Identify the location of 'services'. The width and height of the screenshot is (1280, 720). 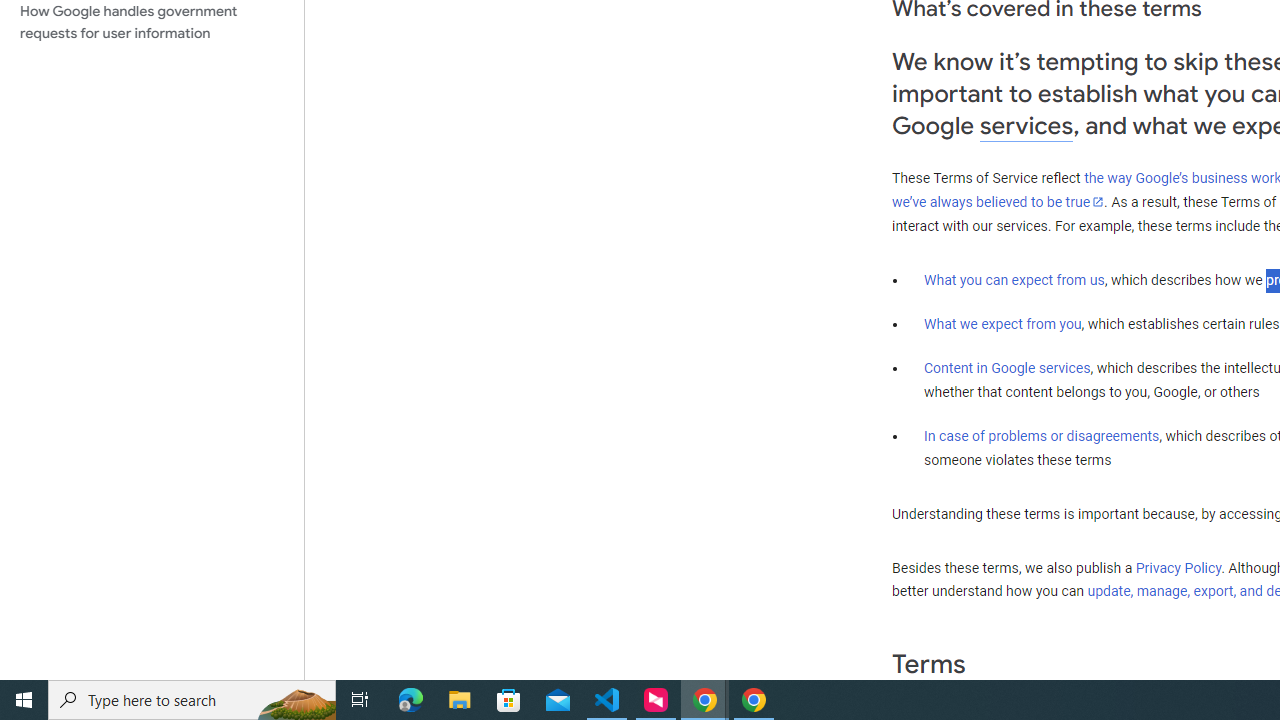
(1026, 125).